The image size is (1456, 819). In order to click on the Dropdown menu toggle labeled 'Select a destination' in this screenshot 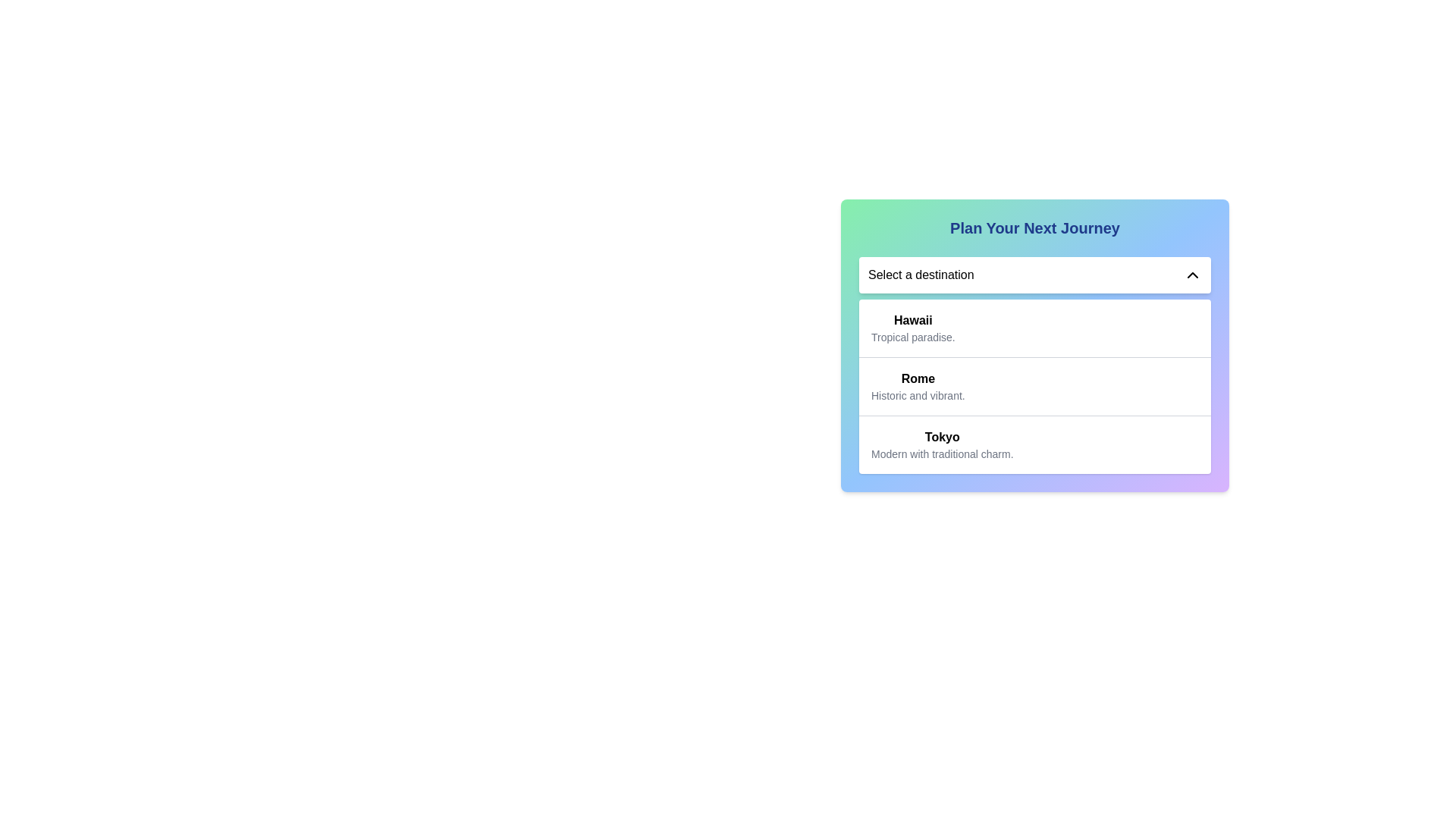, I will do `click(1034, 275)`.